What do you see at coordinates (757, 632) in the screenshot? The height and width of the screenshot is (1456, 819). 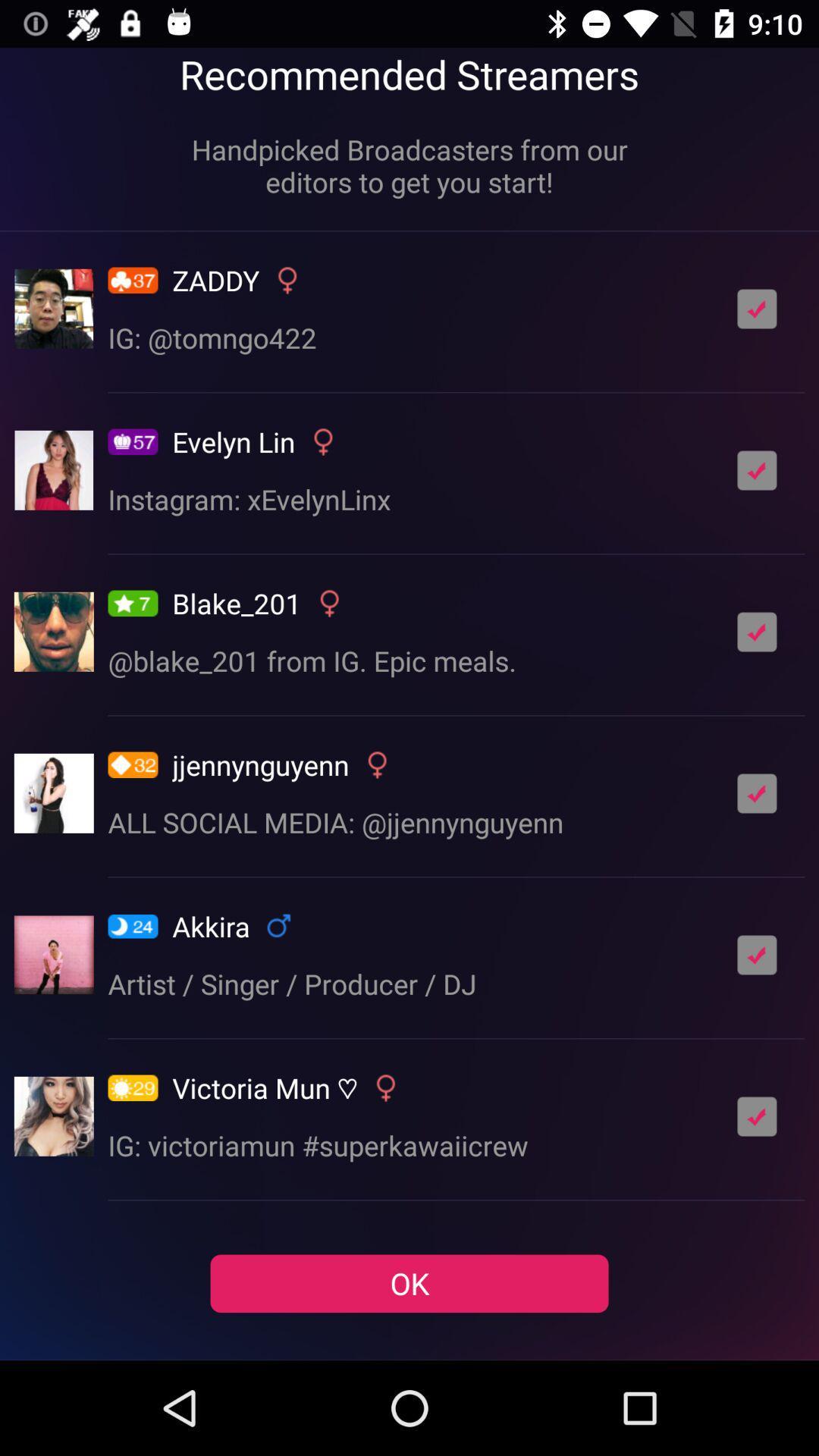 I see `streamer` at bounding box center [757, 632].